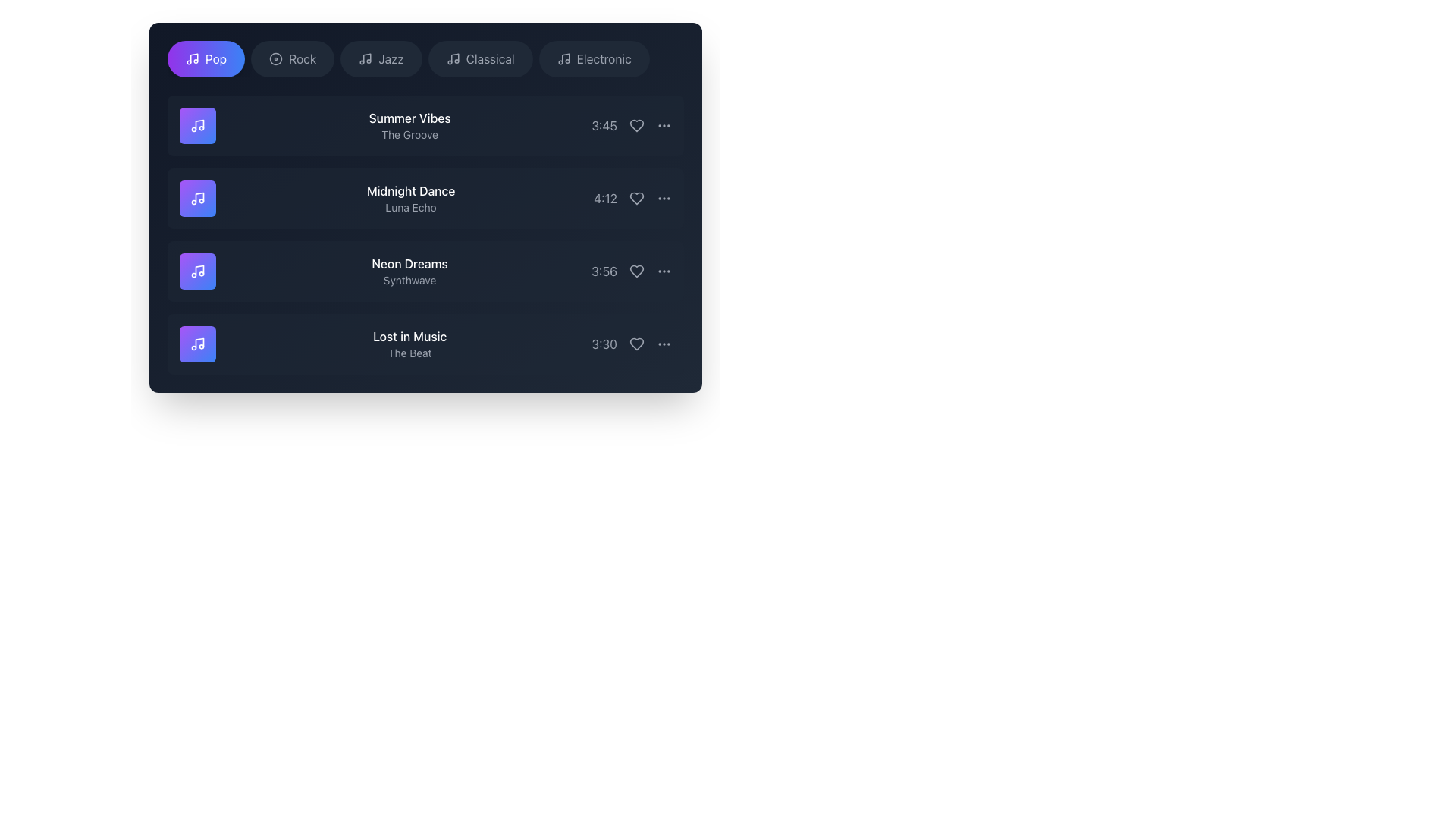 Image resolution: width=1456 pixels, height=819 pixels. What do you see at coordinates (199, 343) in the screenshot?
I see `the stylized music note icon located in the fourth row of the vertical list, associated with the 'Lost in Music' label, which is part of a purple square icon` at bounding box center [199, 343].